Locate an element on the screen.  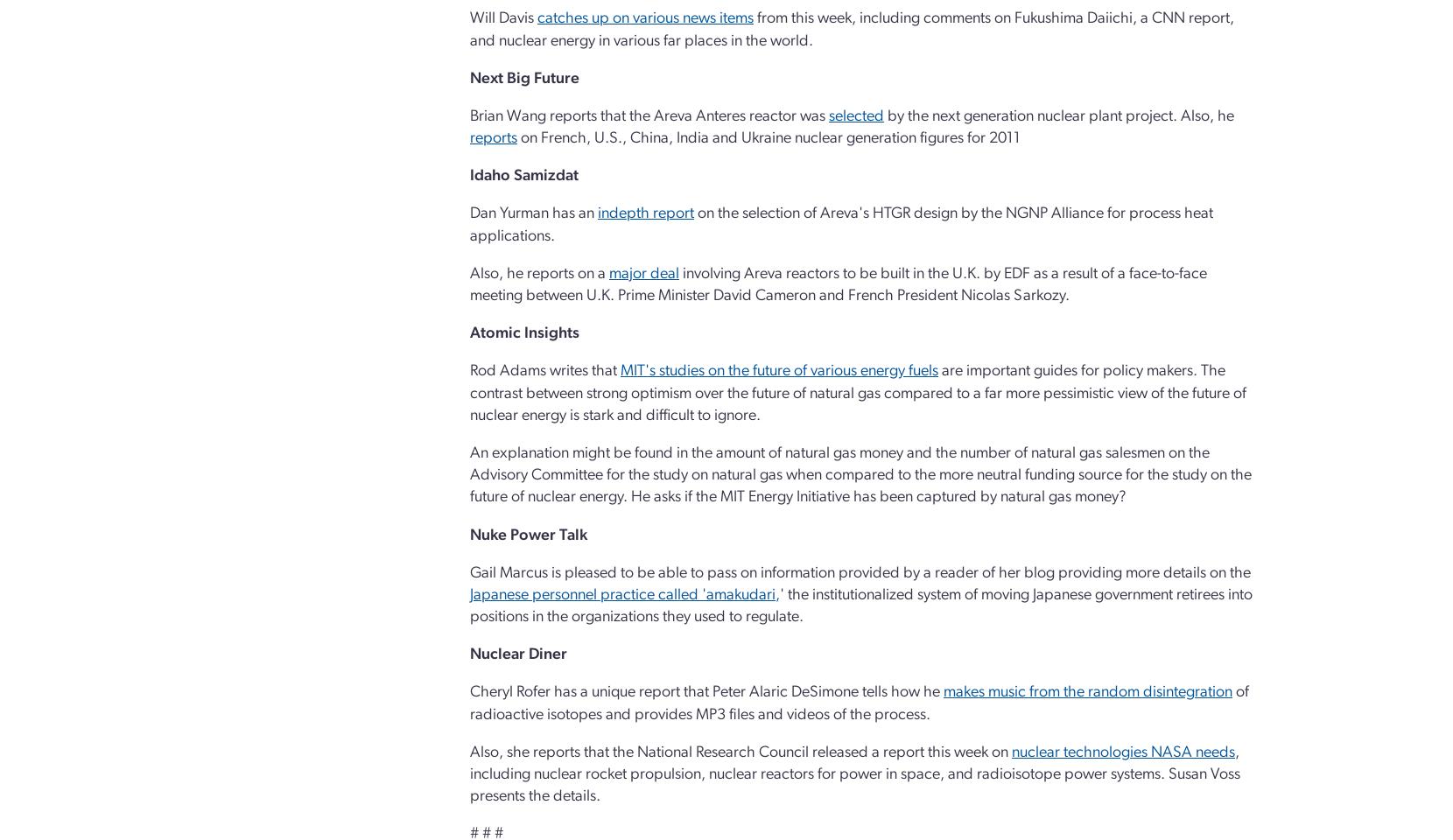
'indepth report' is located at coordinates (646, 213).